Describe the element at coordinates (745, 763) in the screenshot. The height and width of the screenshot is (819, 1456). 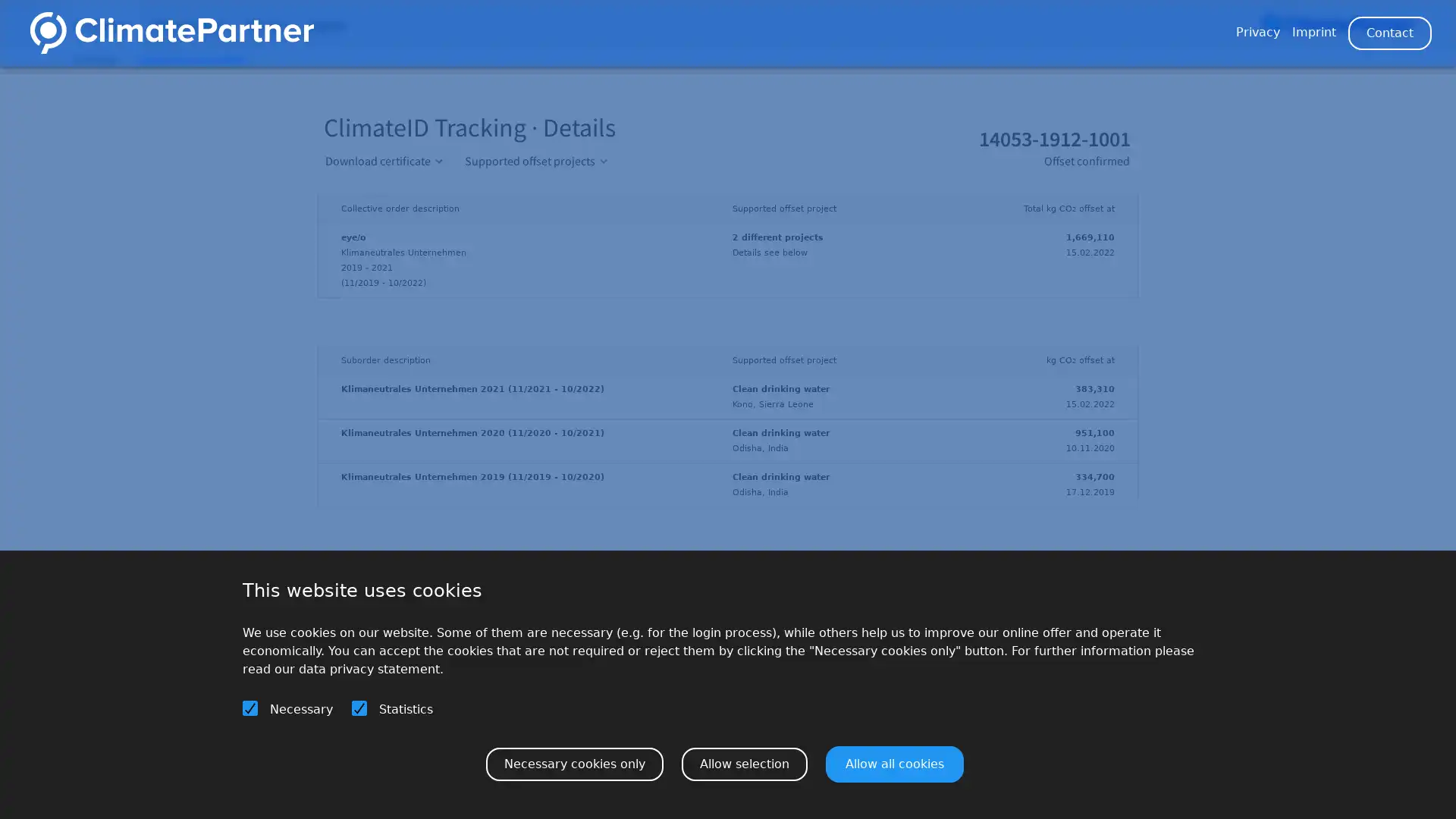
I see `Allow selection` at that location.